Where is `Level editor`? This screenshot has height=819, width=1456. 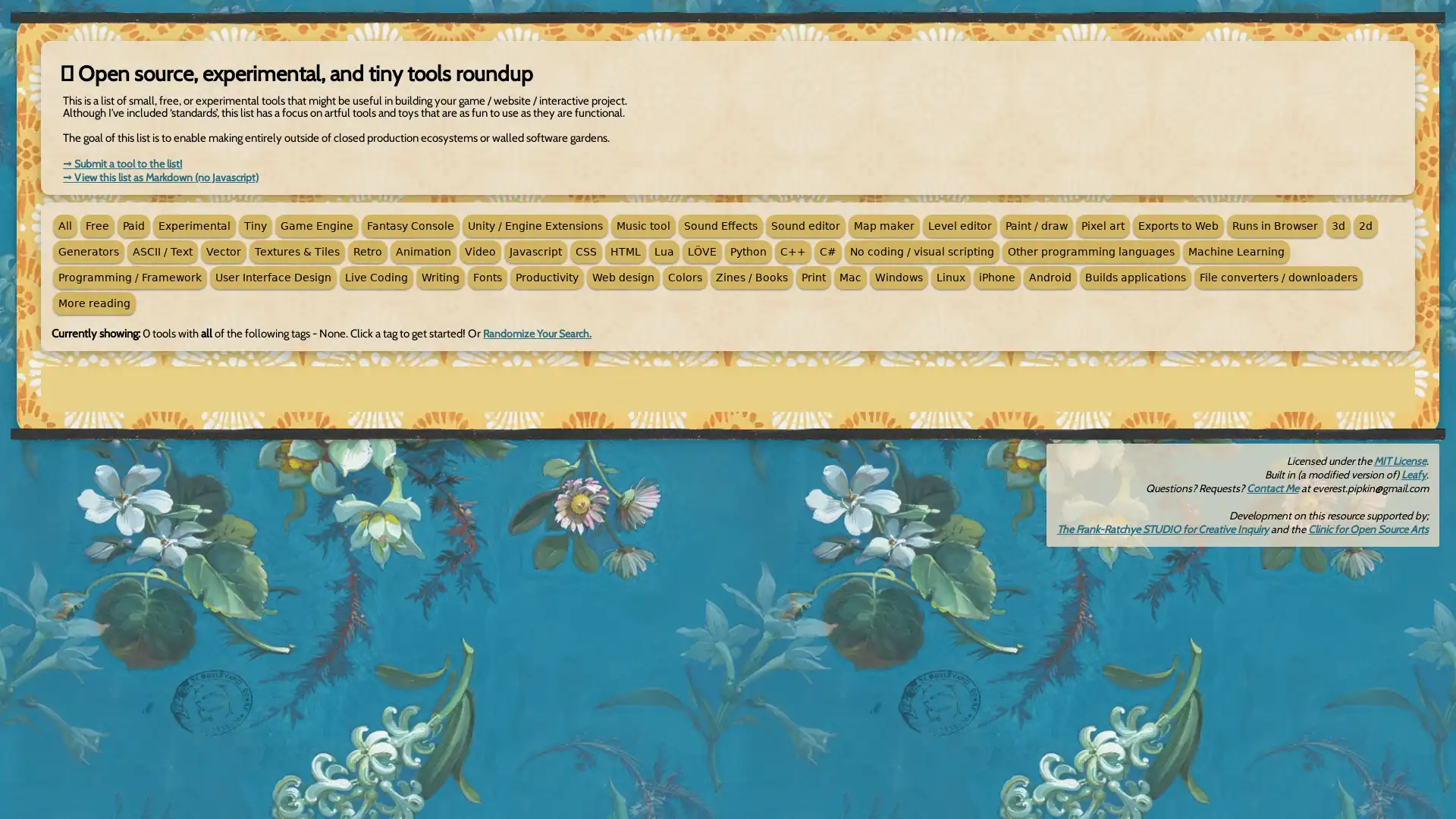 Level editor is located at coordinates (959, 225).